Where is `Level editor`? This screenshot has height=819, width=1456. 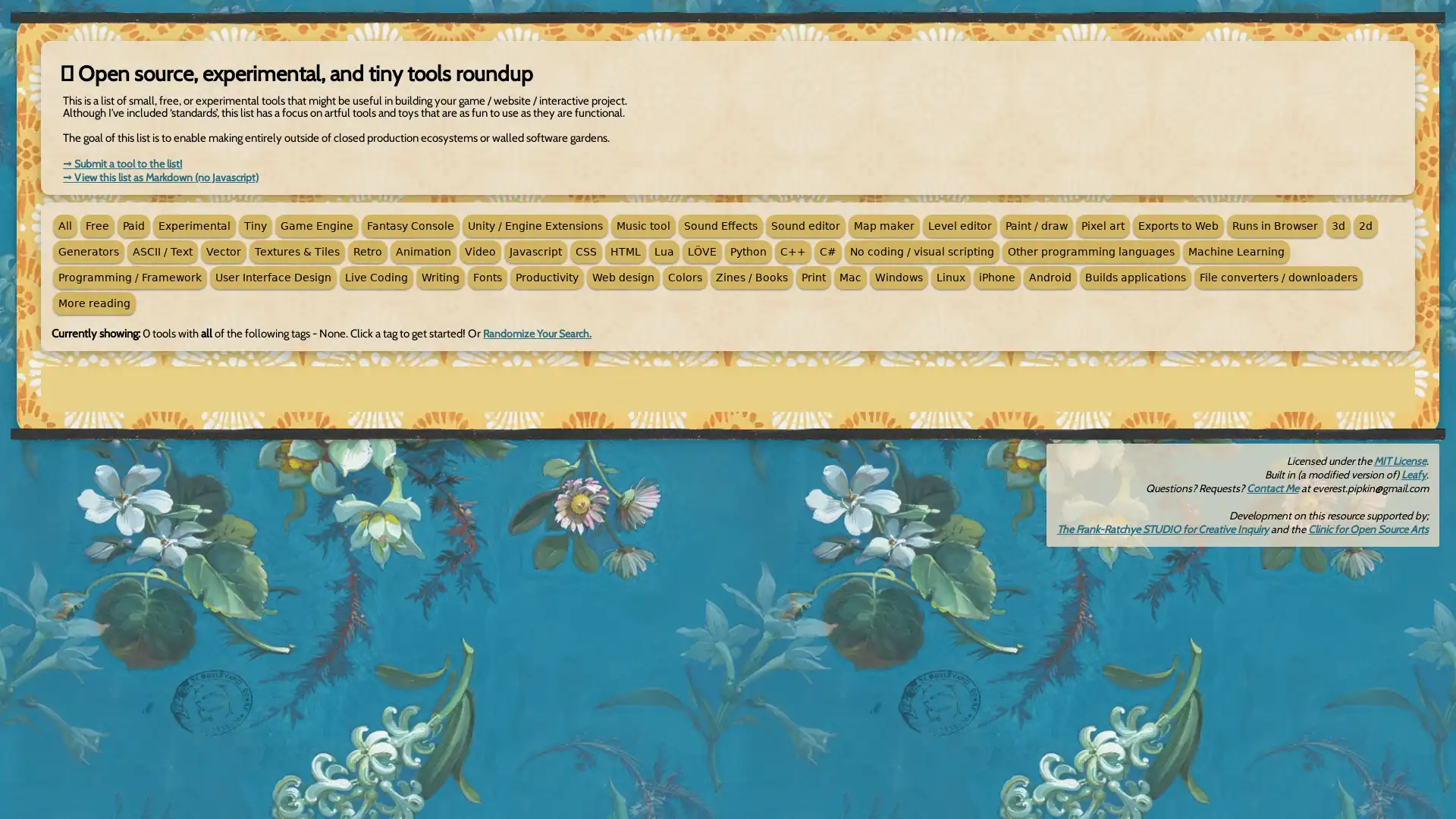 Level editor is located at coordinates (959, 225).